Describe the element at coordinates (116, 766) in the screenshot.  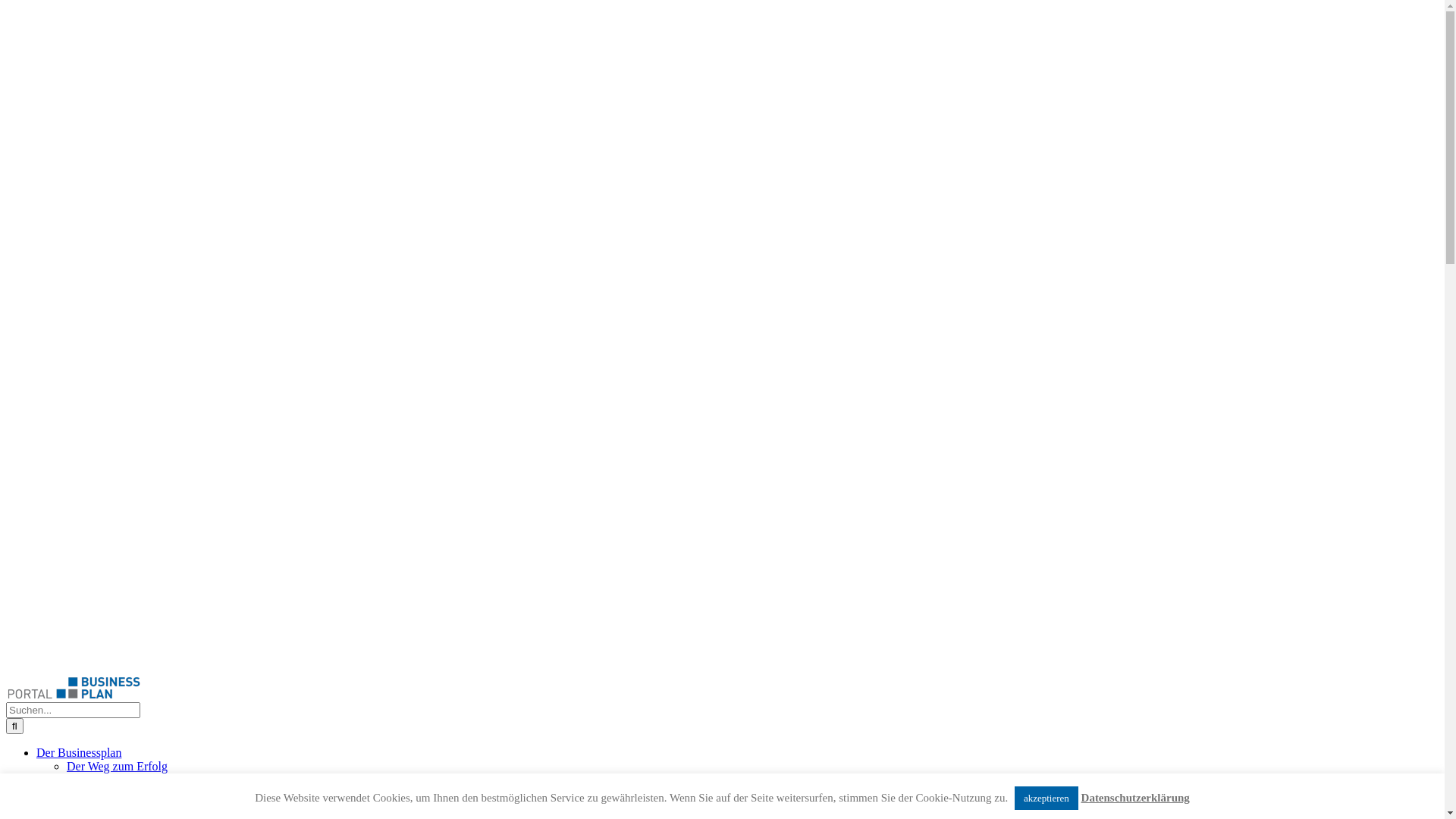
I see `'Der Weg zum Erfolg'` at that location.